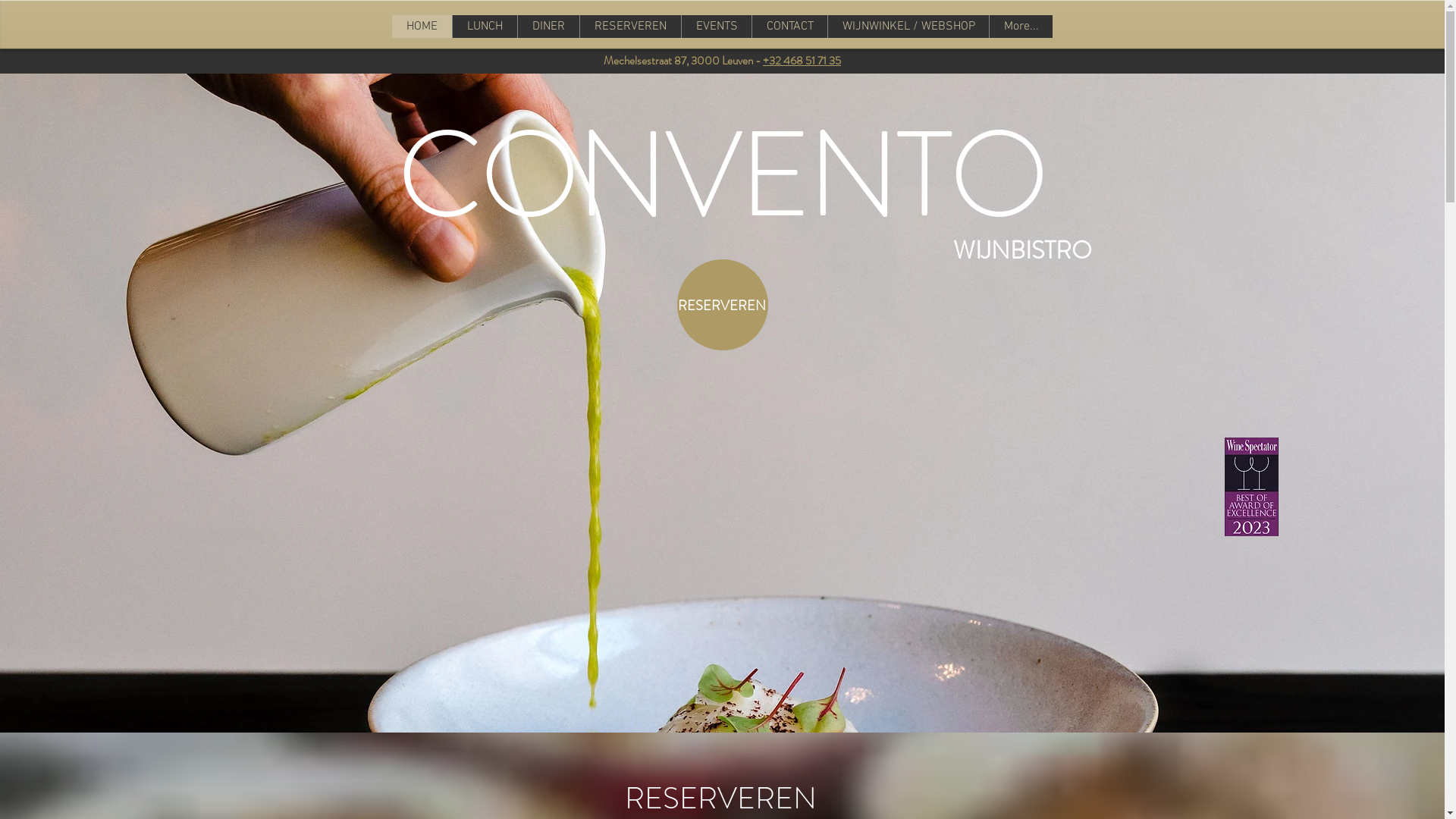 The width and height of the screenshot is (1456, 819). I want to click on 'RESERVEREN', so click(720, 304).